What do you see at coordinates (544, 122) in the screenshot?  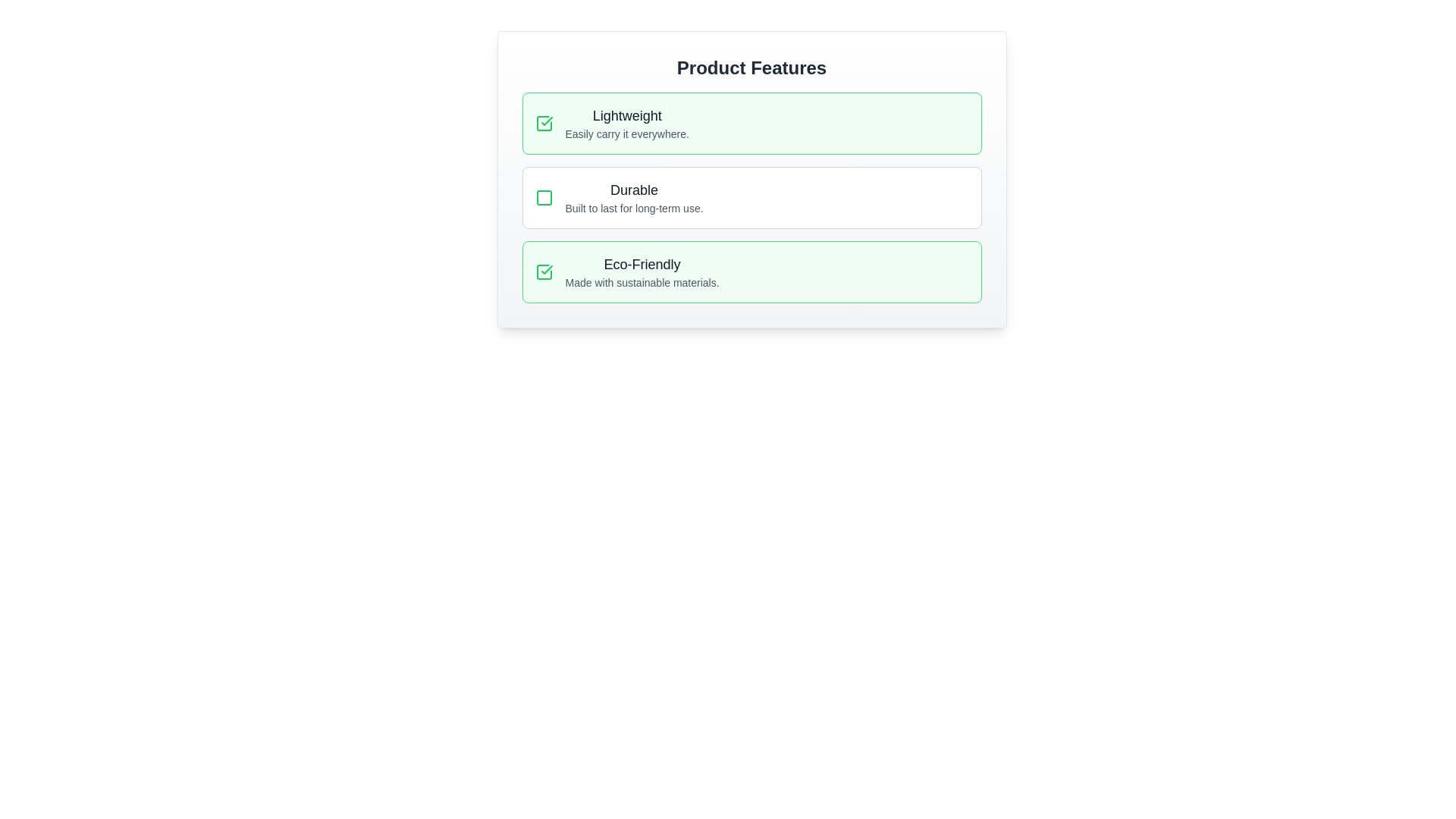 I see `the 'Lightweight' feature icon, which is the leftmost component in the first box under the 'Product Features' heading` at bounding box center [544, 122].